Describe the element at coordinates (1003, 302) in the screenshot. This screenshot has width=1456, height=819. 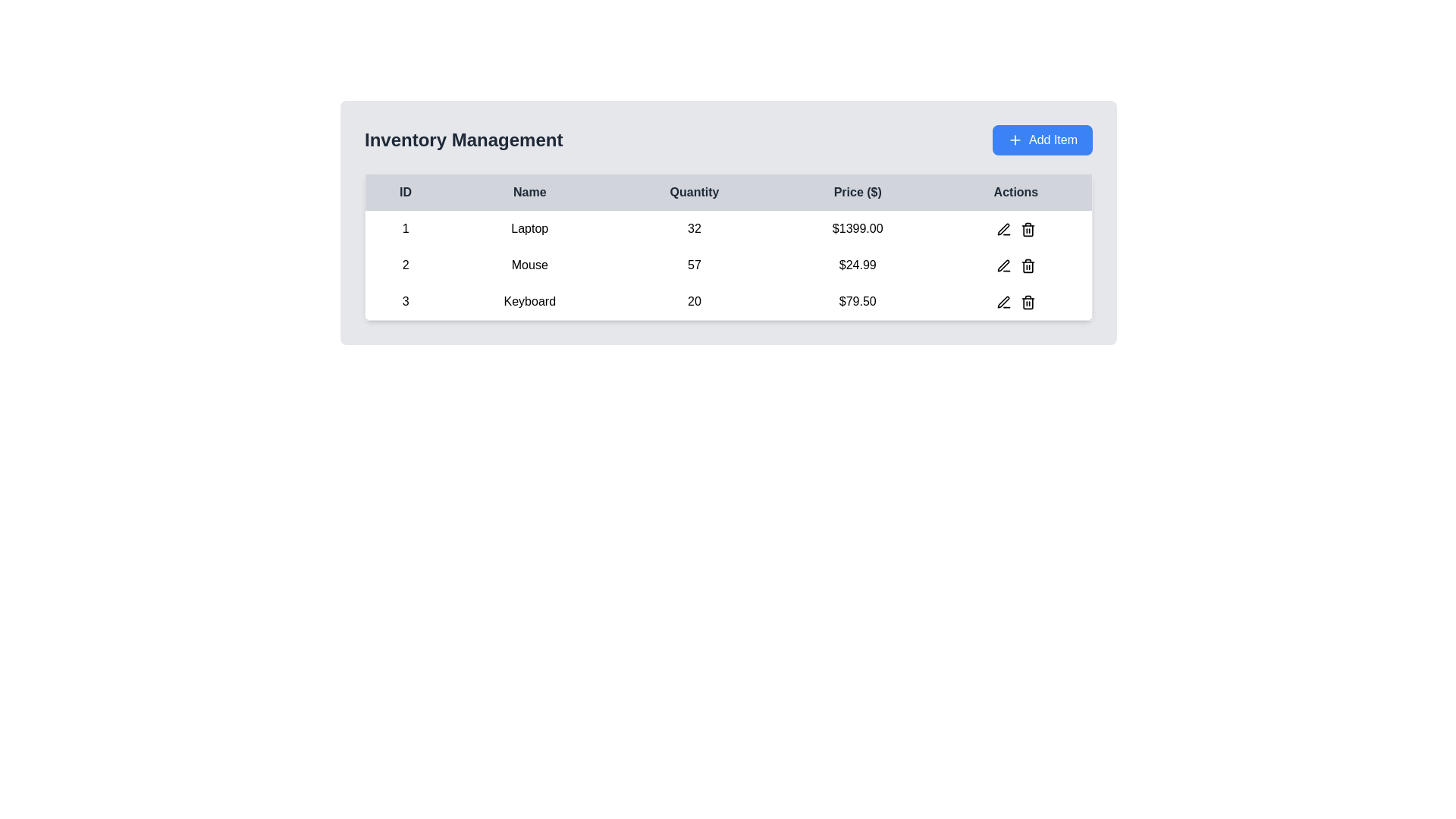
I see `the Edit icon located in the third row ('Keyboard') of the 'Actions' column in the 'Inventory Management' table` at that location.